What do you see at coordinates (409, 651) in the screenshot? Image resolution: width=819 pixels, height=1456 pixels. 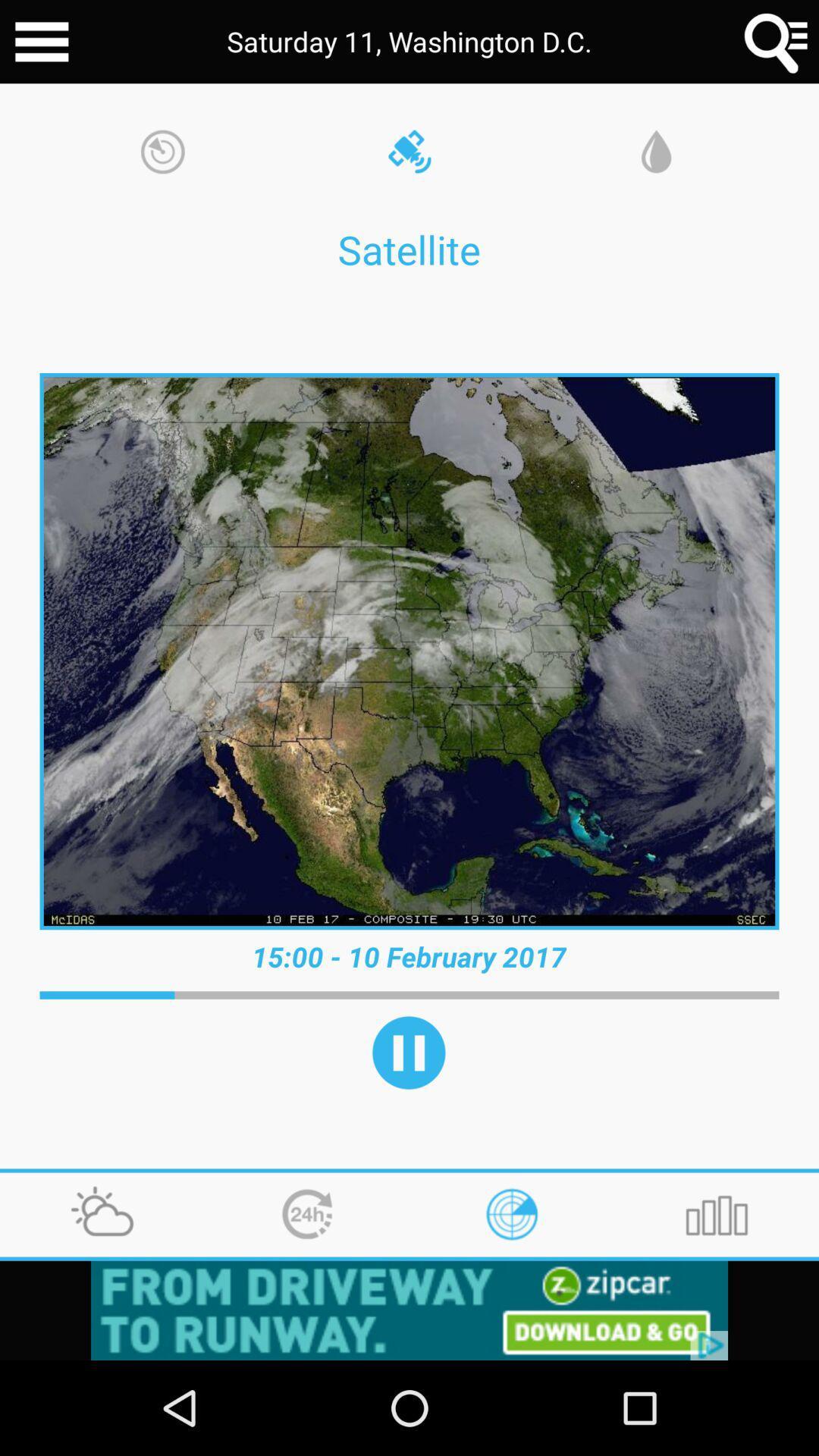 I see `the image below satellite` at bounding box center [409, 651].